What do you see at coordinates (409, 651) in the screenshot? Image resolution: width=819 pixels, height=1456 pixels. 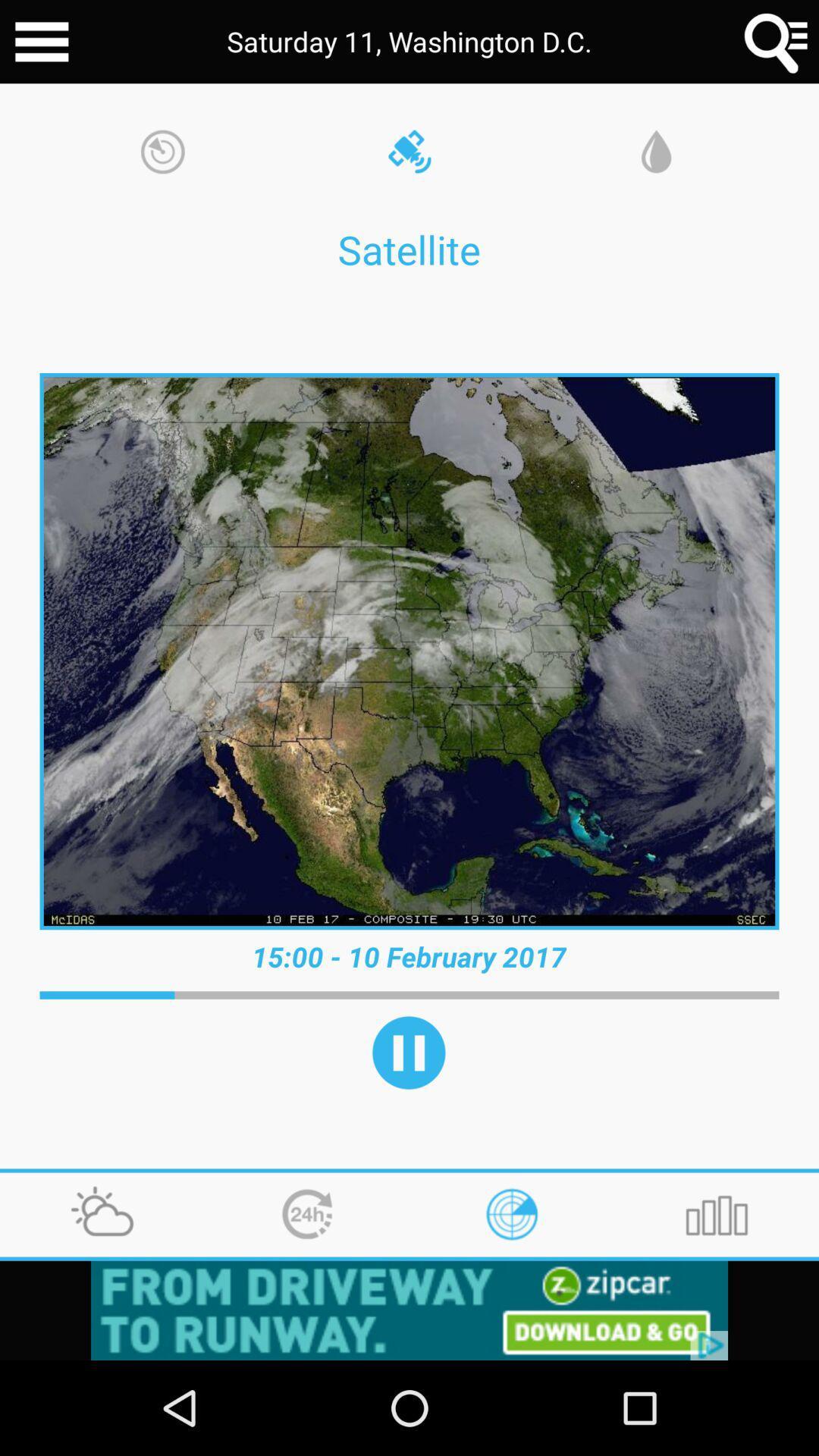 I see `the image below satellite` at bounding box center [409, 651].